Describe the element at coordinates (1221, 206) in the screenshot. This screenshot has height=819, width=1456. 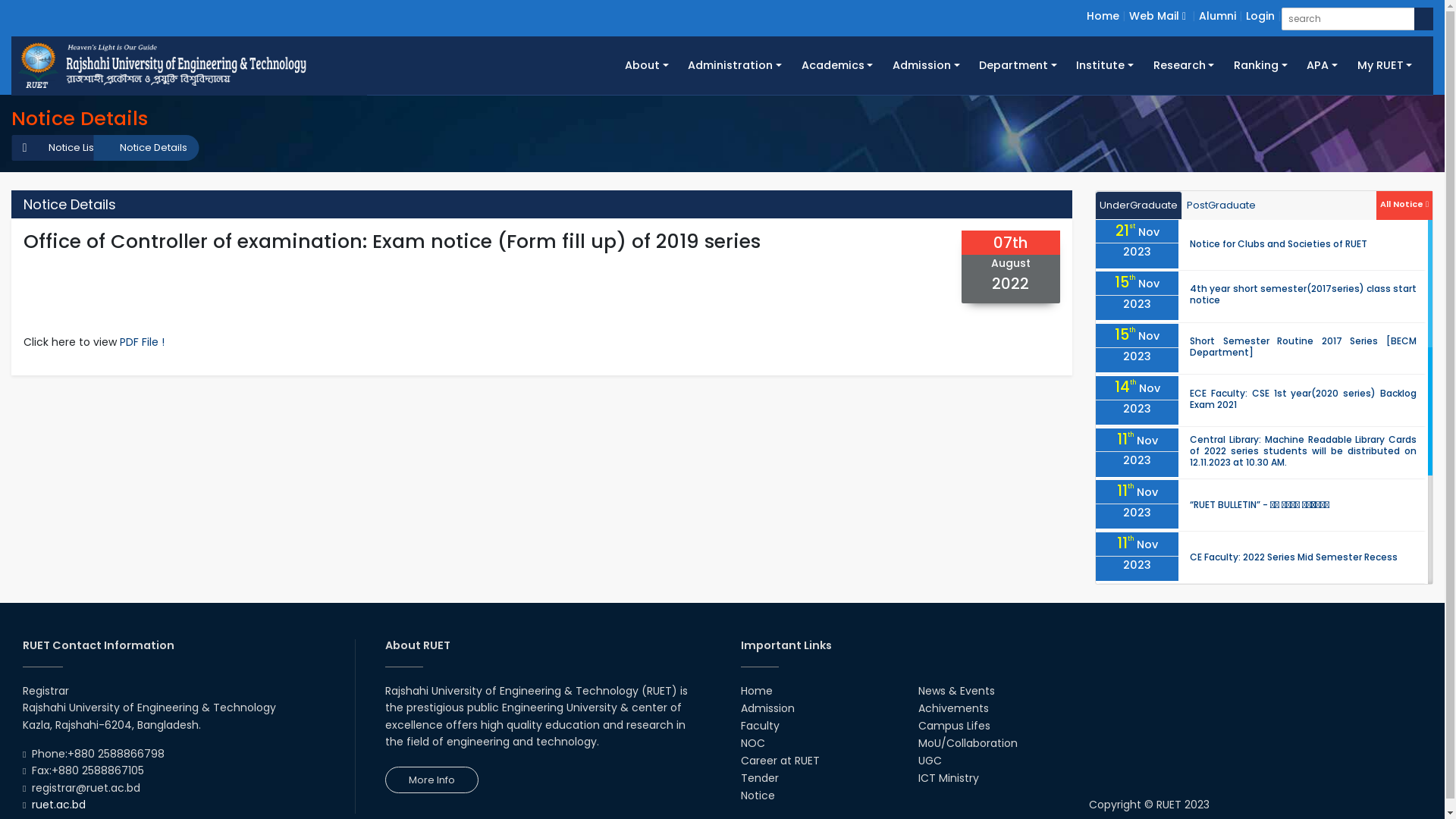
I see `'PostGraduate'` at that location.